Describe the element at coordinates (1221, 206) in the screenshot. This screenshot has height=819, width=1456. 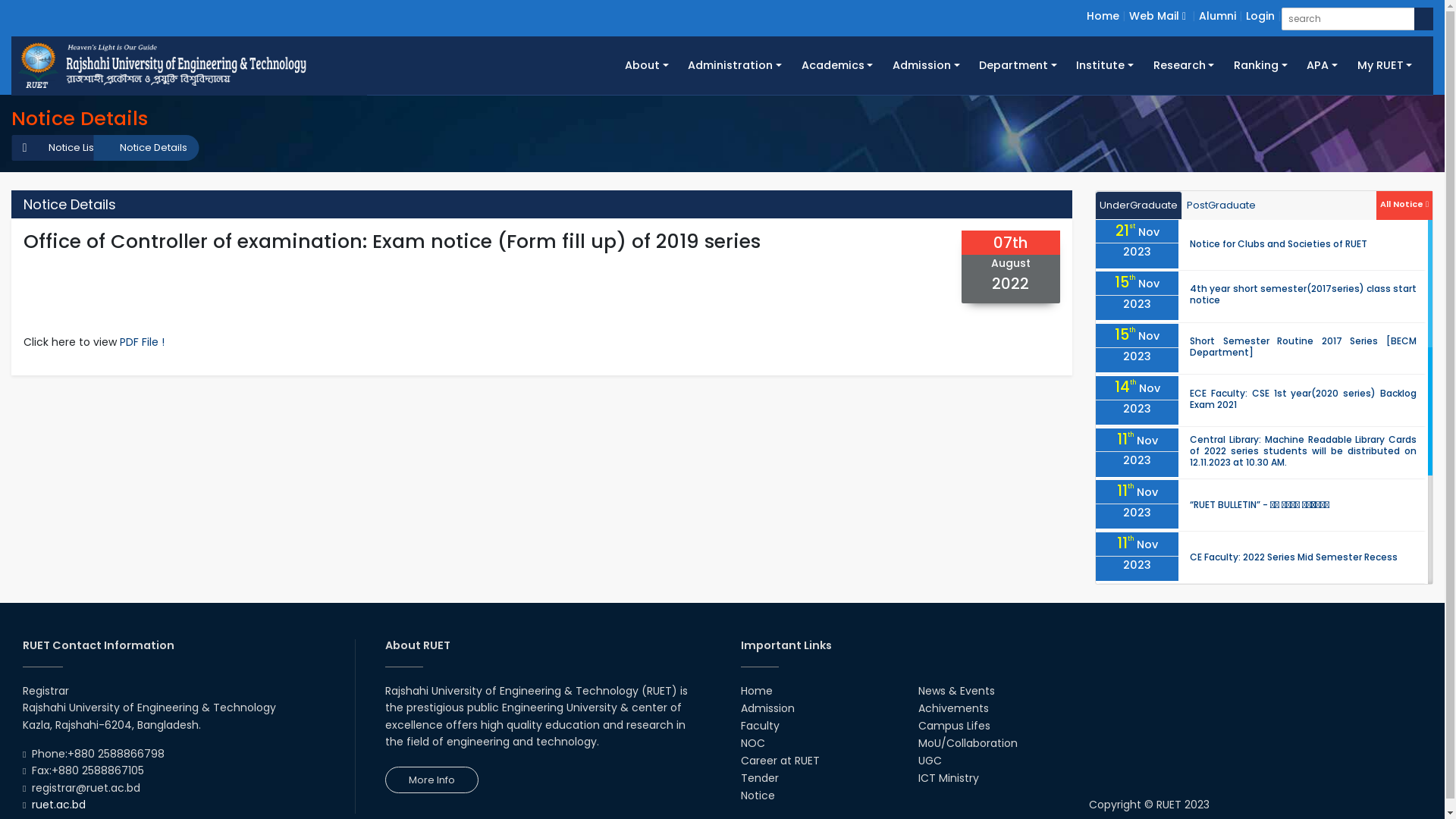
I see `'PostGraduate'` at that location.